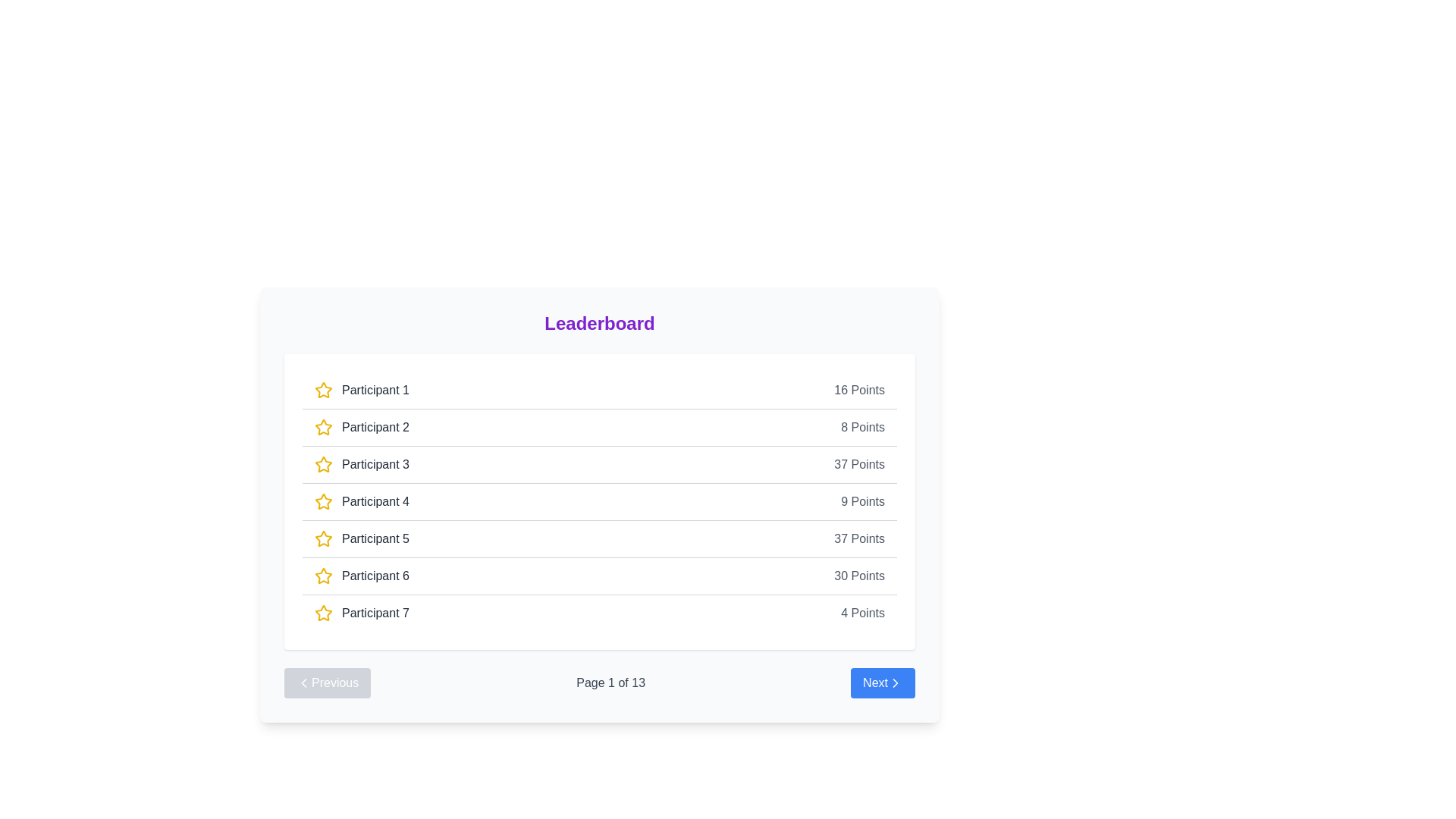 The image size is (1456, 819). I want to click on the text label displaying 'Participant 2' under the 'Leaderboard' header, which is aligned with a yellow star icon on its left, so click(375, 427).